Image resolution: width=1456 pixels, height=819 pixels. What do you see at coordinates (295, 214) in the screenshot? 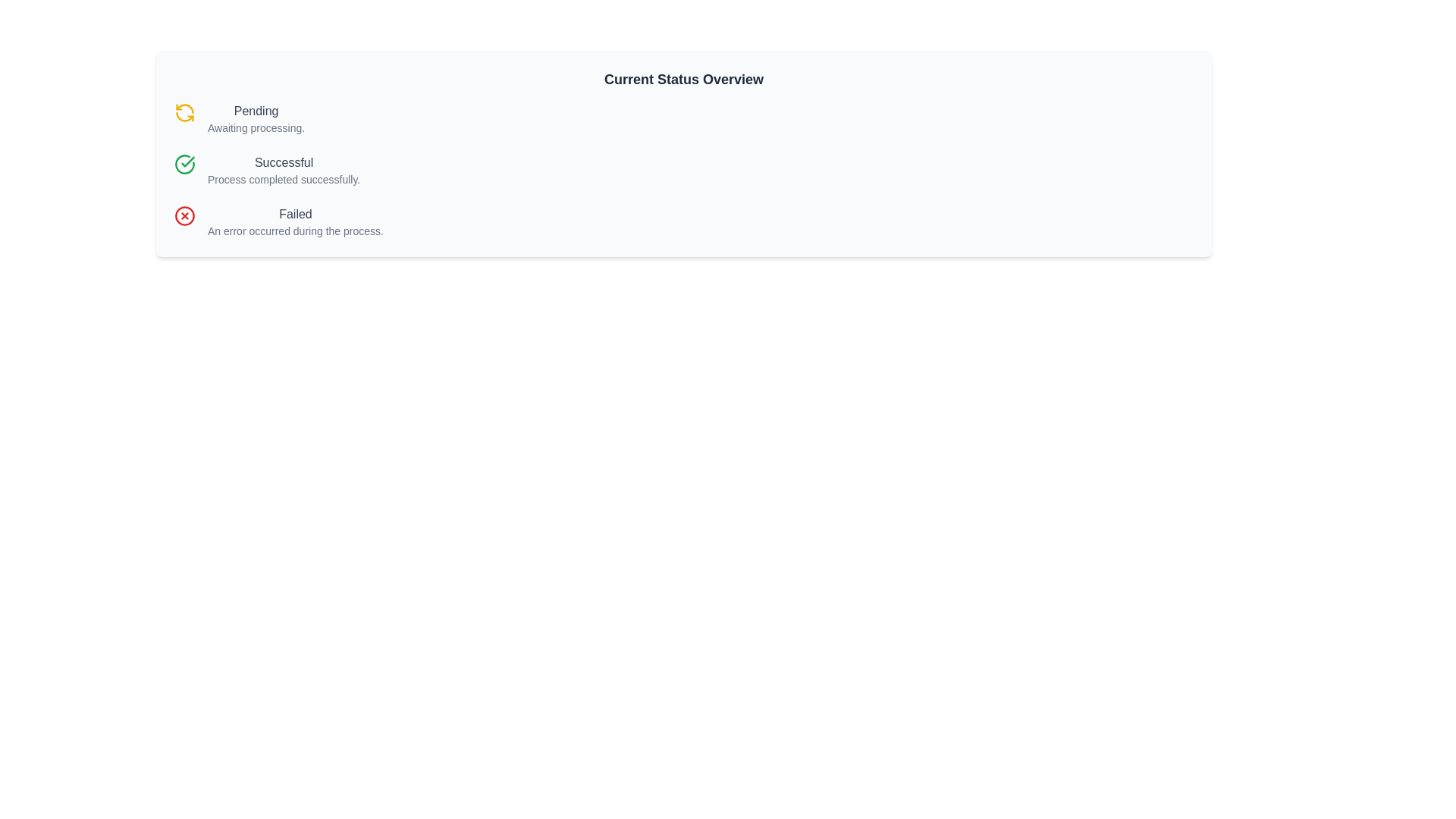
I see `the prominent 'failed status' text label to potentially display tooltips or additional information` at bounding box center [295, 214].